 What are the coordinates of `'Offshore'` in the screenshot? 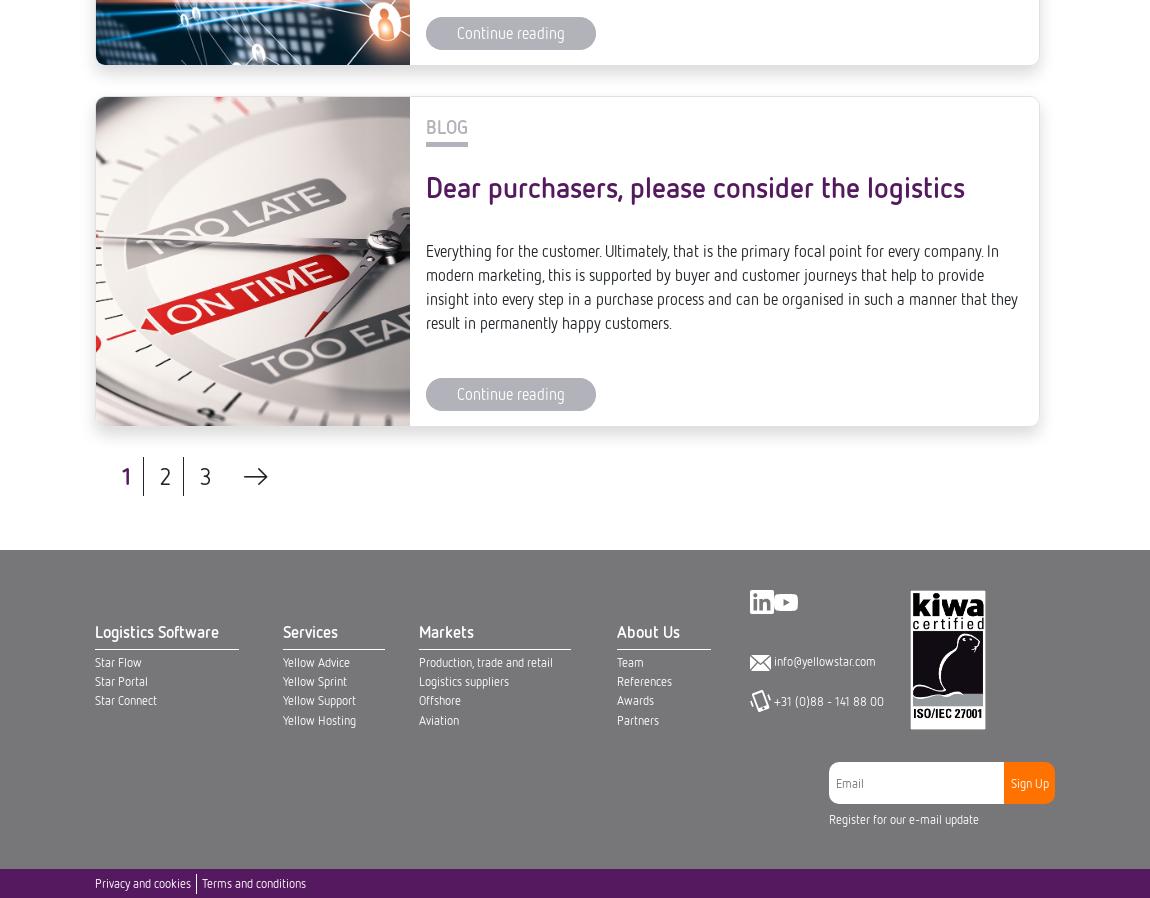 It's located at (439, 21).